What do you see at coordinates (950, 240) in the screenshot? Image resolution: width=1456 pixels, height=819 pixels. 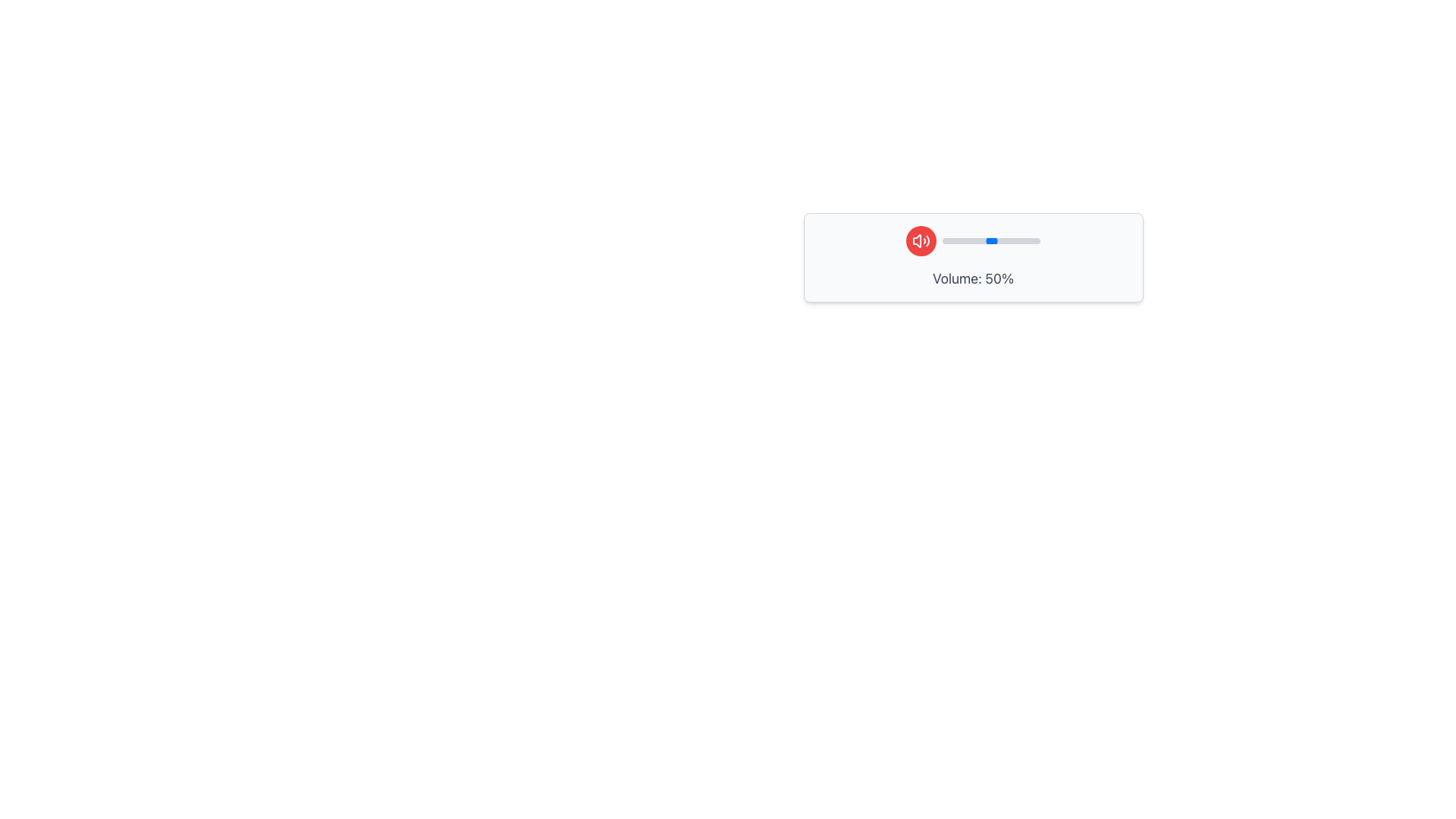 I see `volume` at bounding box center [950, 240].